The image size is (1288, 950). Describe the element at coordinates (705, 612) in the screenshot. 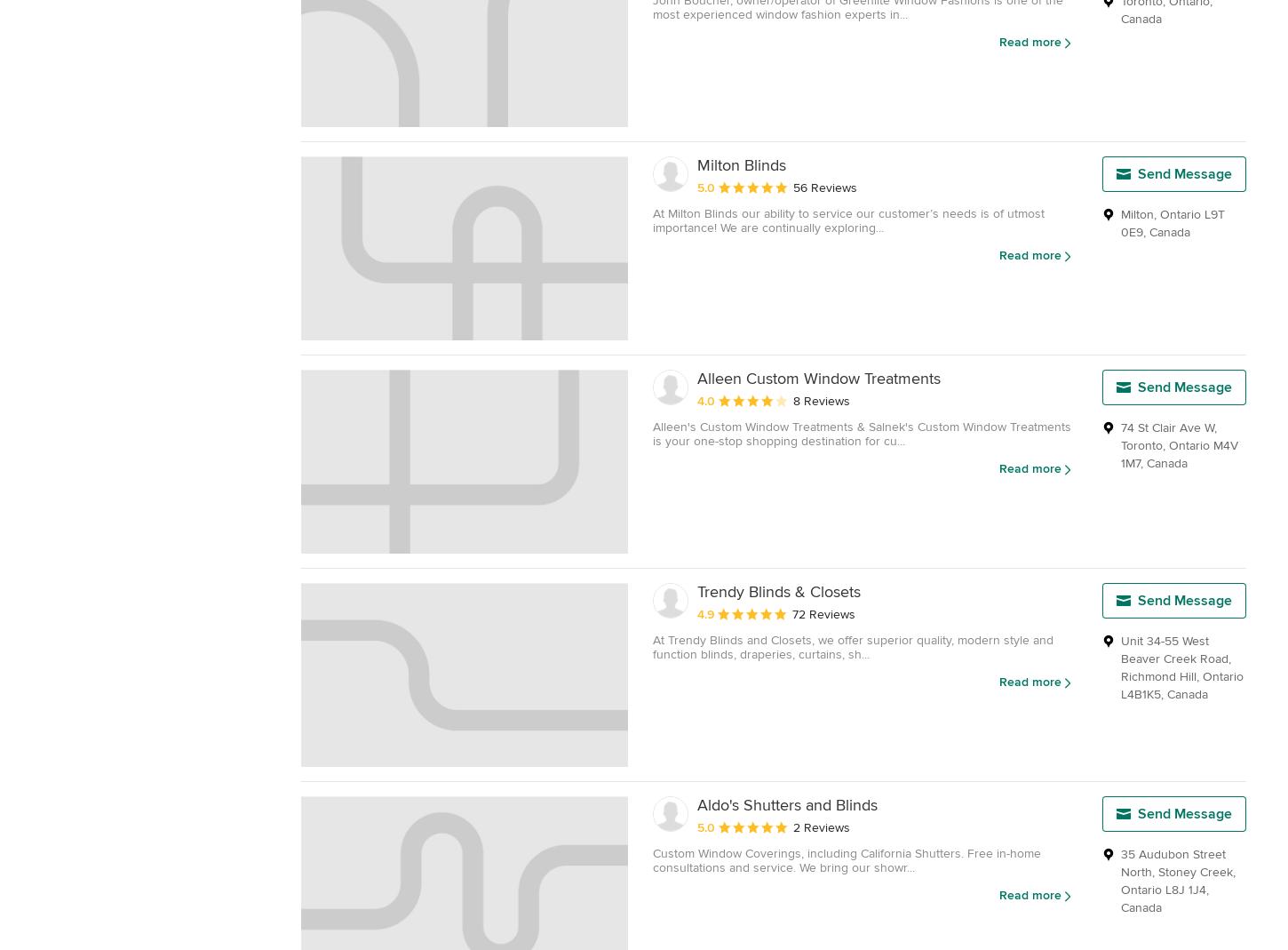

I see `'4.9'` at that location.